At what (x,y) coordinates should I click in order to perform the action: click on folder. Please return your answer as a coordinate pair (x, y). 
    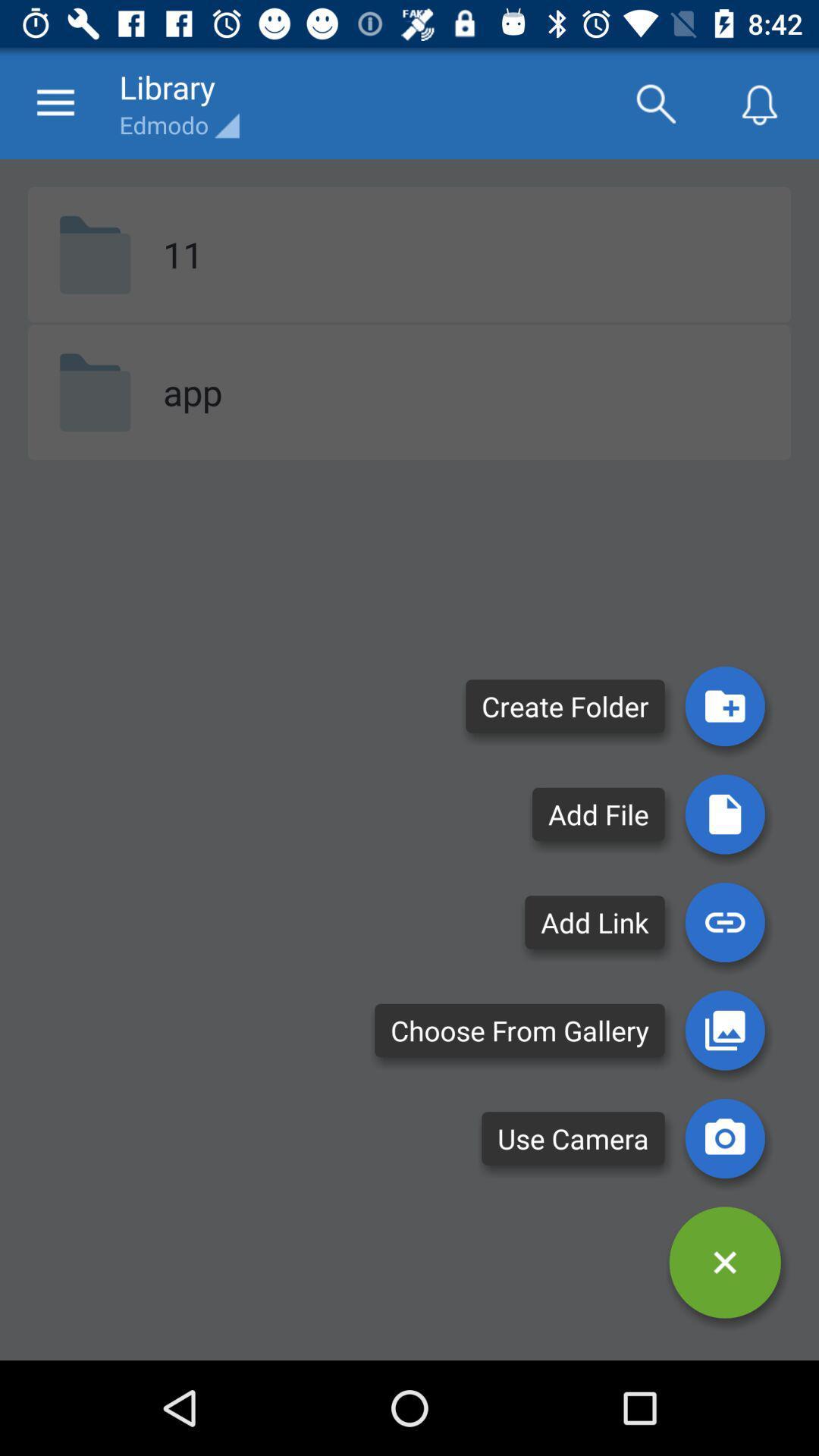
    Looking at the image, I should click on (724, 705).